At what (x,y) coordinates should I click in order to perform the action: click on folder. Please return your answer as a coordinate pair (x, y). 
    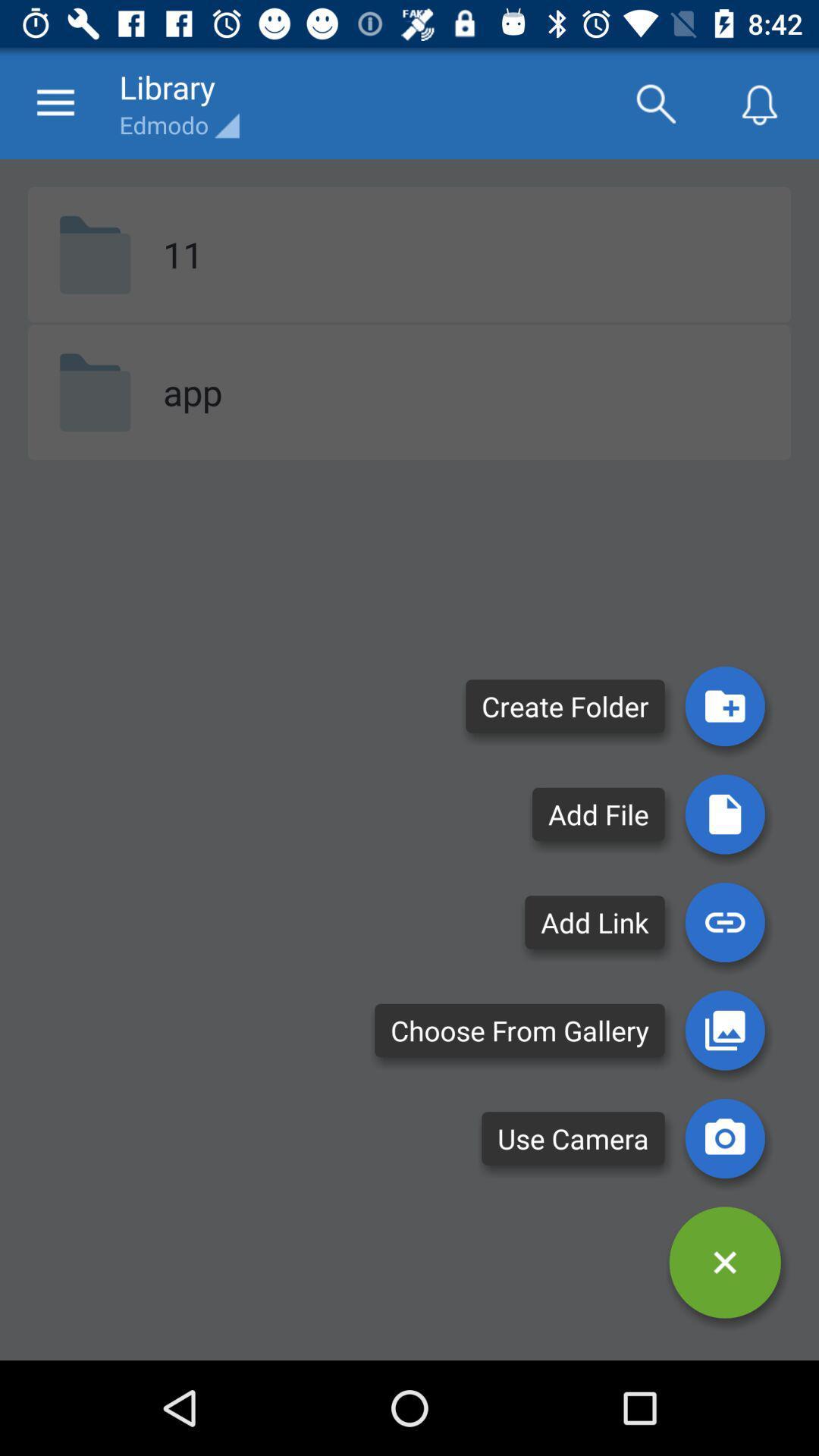
    Looking at the image, I should click on (724, 705).